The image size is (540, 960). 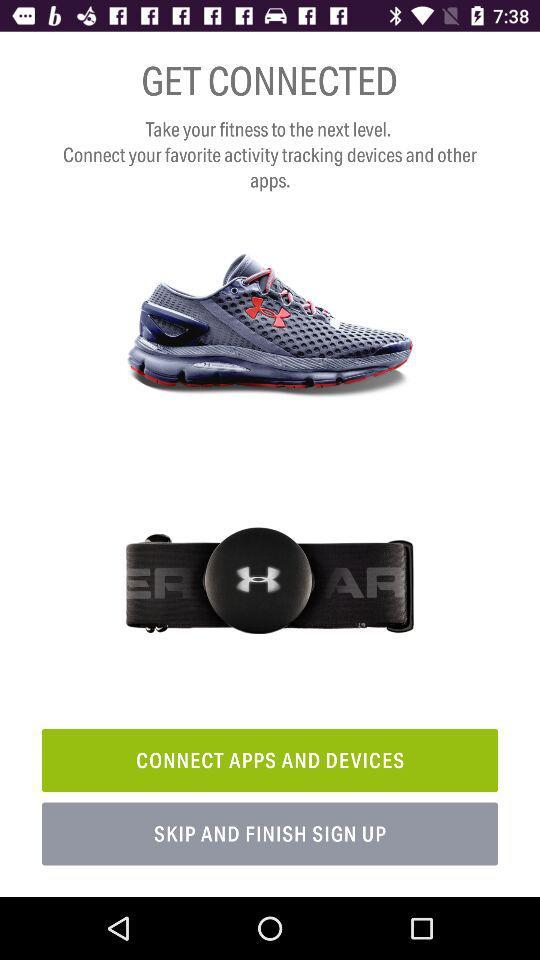 I want to click on the icon below the connect apps and icon, so click(x=270, y=834).